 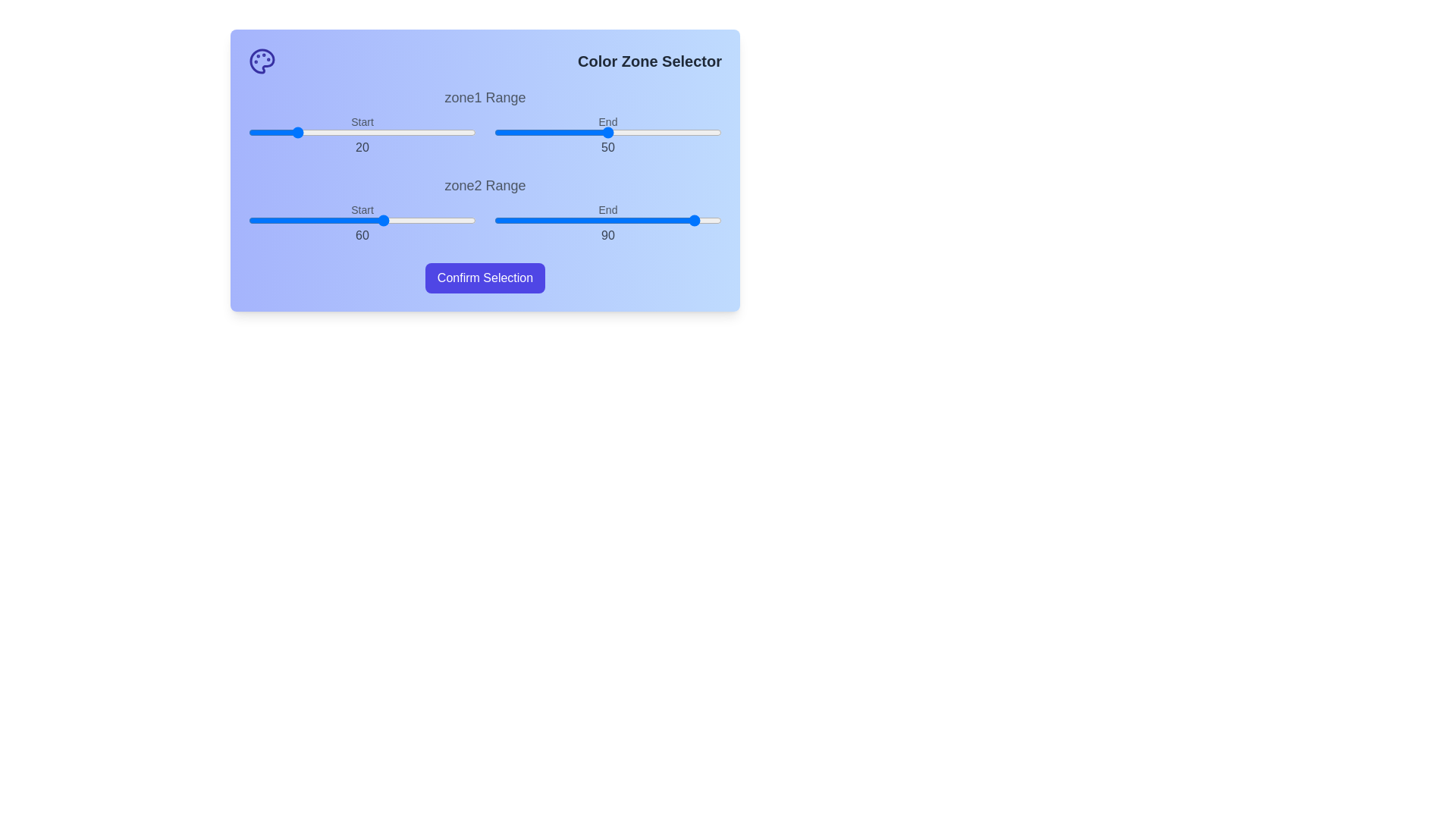 What do you see at coordinates (253, 131) in the screenshot?
I see `the start range slider for zone1 to 2` at bounding box center [253, 131].